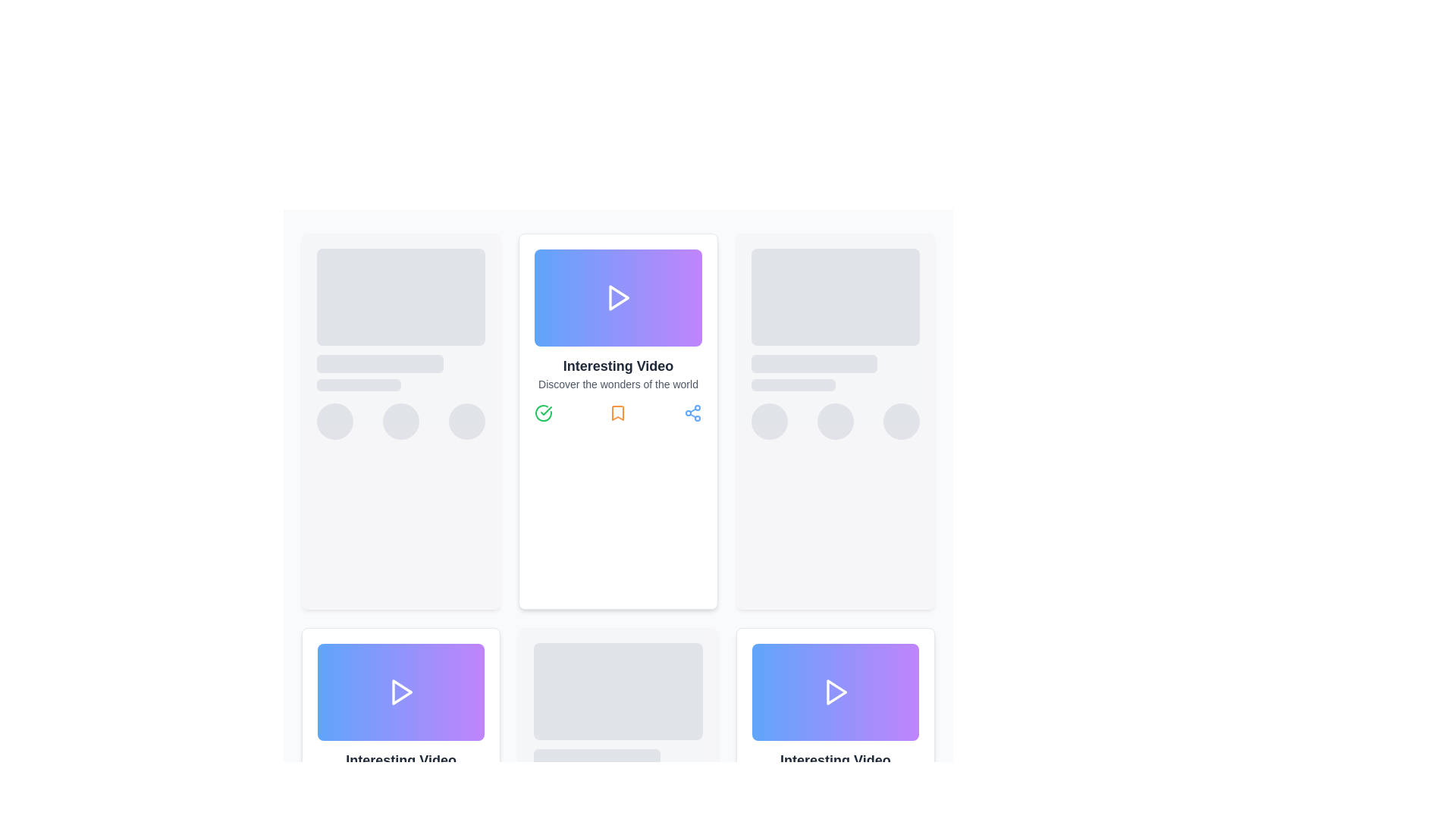 The height and width of the screenshot is (819, 1456). Describe the element at coordinates (618, 298) in the screenshot. I see `the play icon located at the center of the gradient background area of the 'Interesting Video' card` at that location.